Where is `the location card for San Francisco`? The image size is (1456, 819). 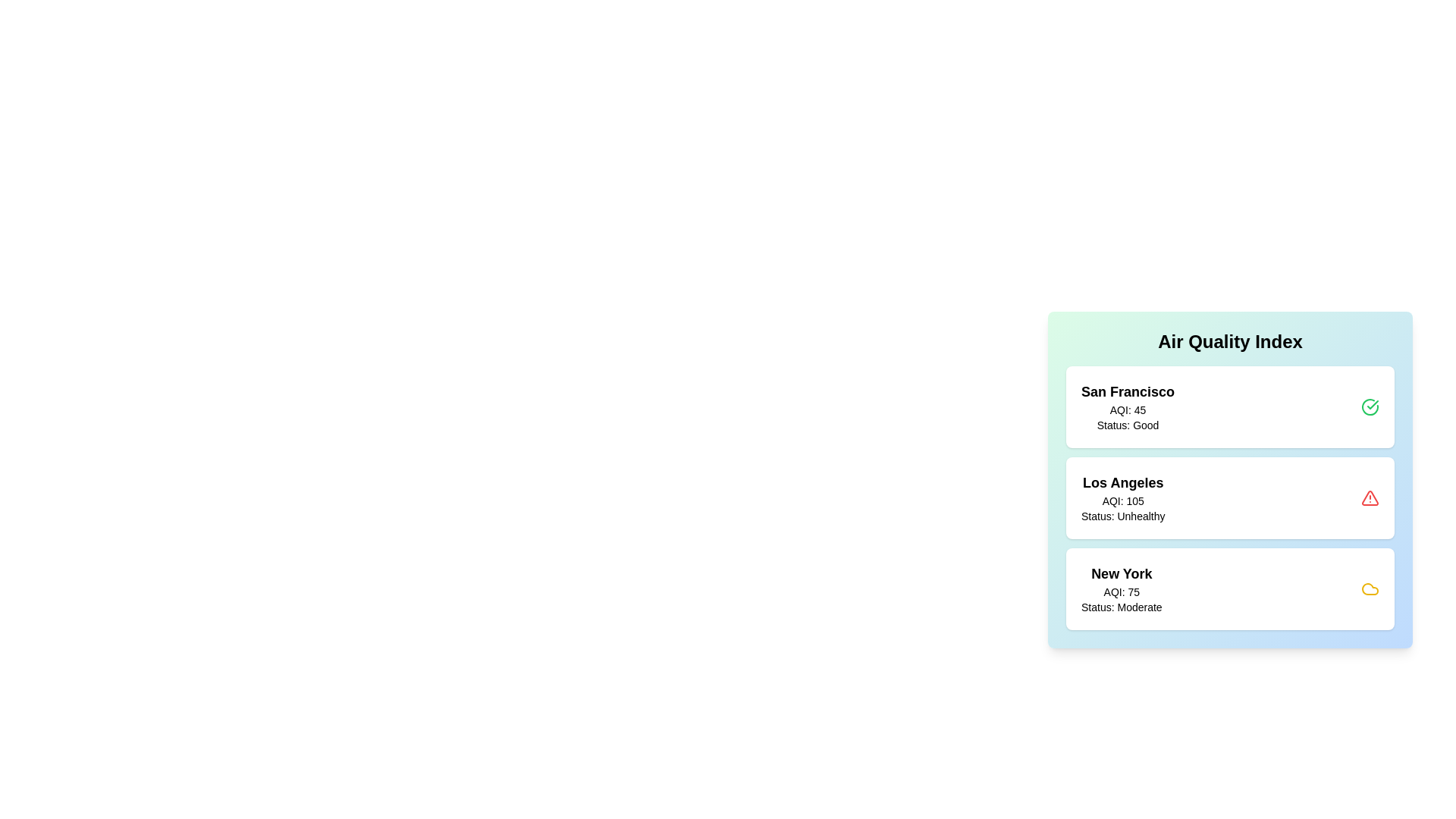
the location card for San Francisco is located at coordinates (1230, 406).